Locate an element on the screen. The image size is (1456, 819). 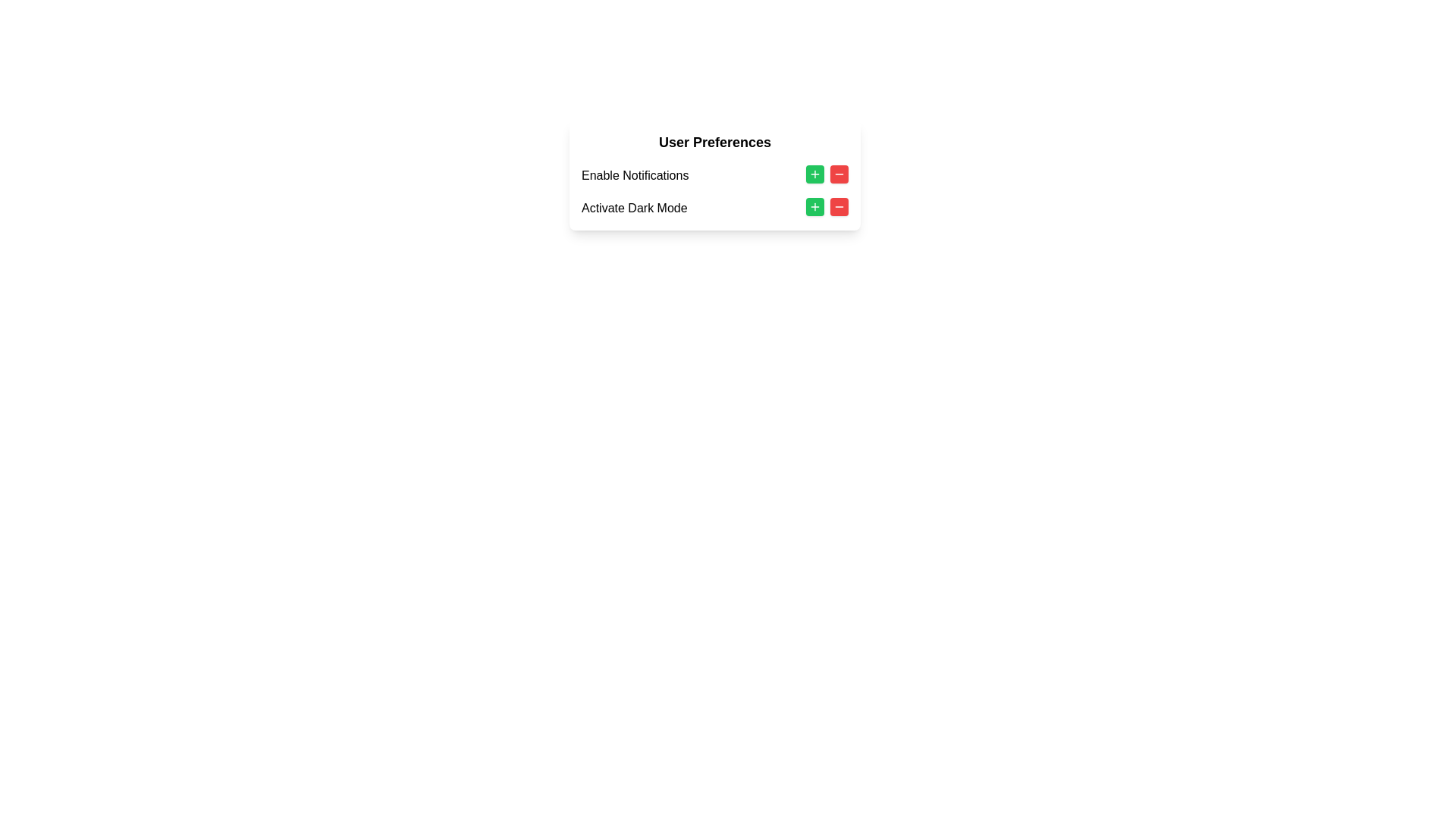
the red circular minus button with a minus icon is located at coordinates (839, 207).